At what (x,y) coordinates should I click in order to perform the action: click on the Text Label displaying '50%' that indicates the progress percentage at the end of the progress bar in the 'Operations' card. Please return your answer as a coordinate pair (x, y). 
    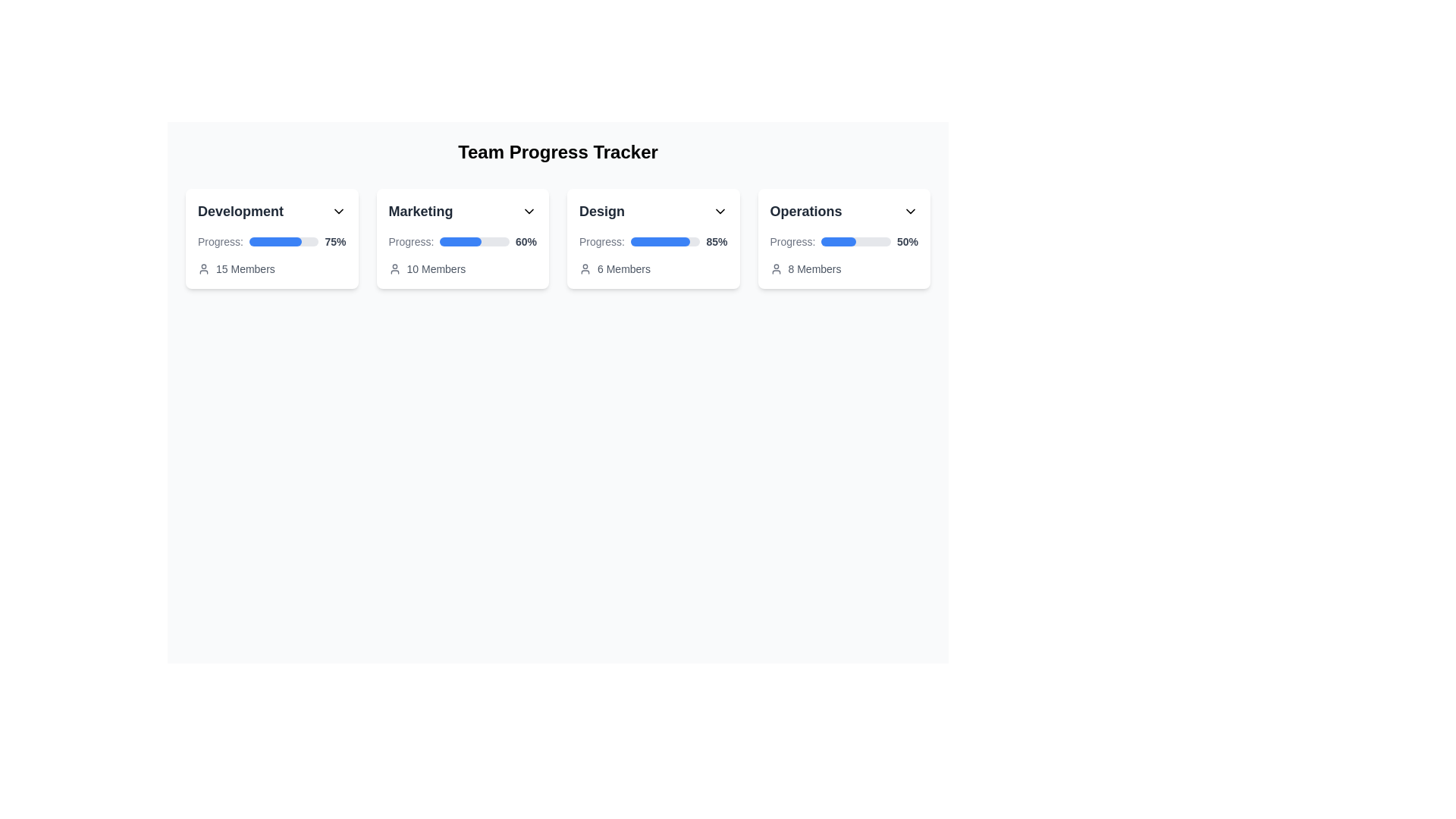
    Looking at the image, I should click on (907, 241).